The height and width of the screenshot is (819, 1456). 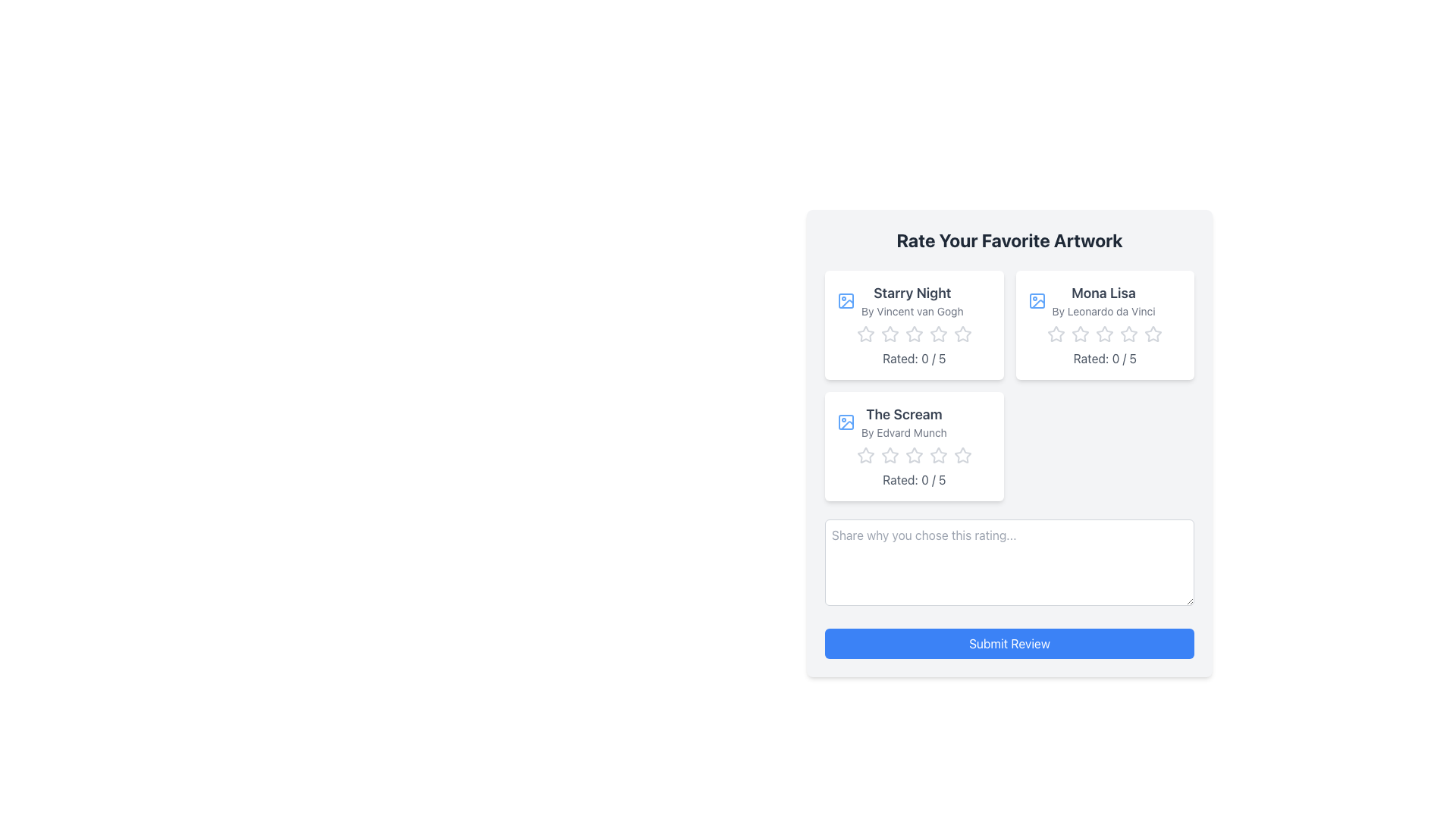 I want to click on the third star-shaped icon in the second card titled 'Mona Lisa' to set a 3-star rating, so click(x=1128, y=332).